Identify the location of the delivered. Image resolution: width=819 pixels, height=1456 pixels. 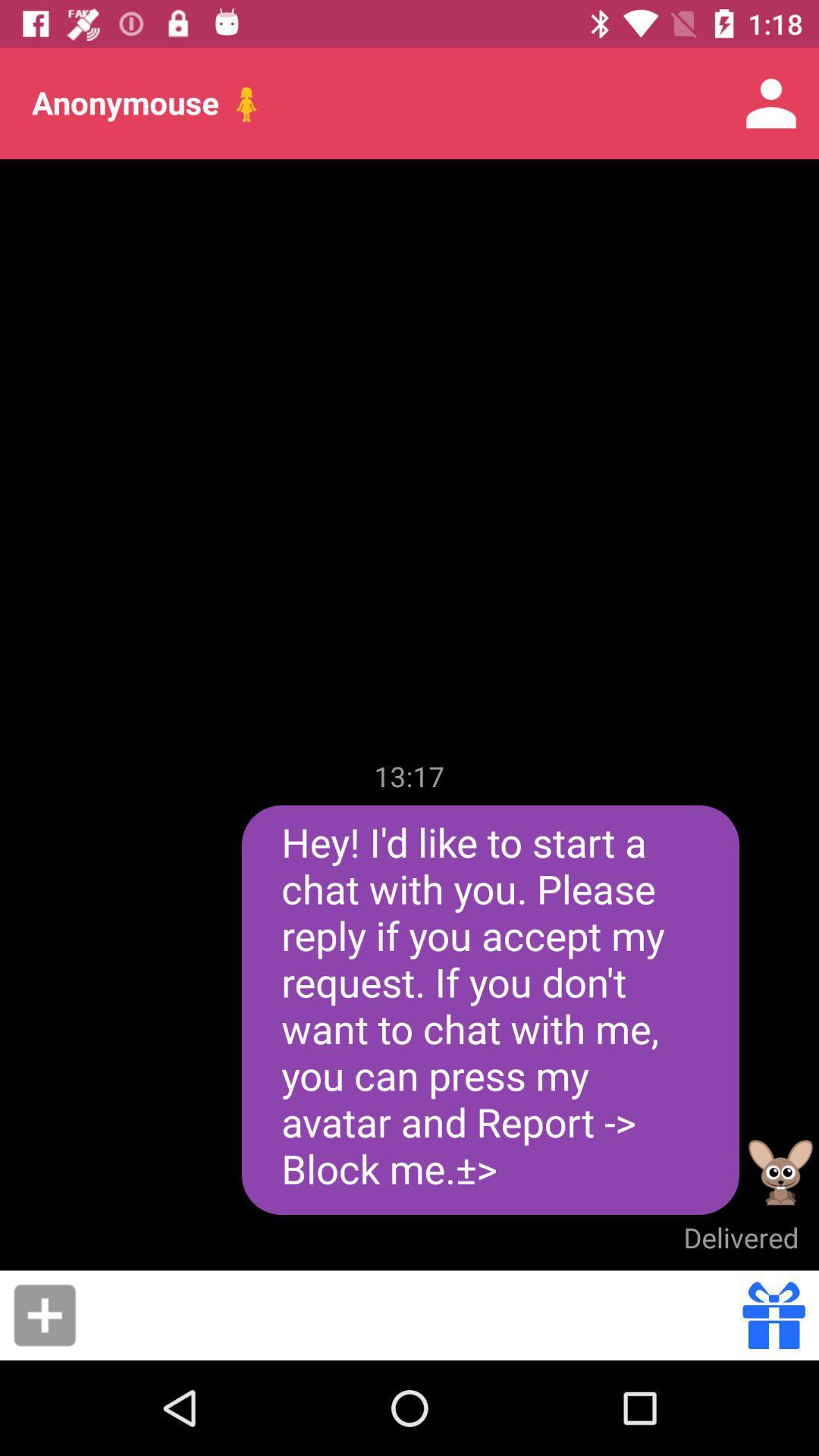
(740, 1238).